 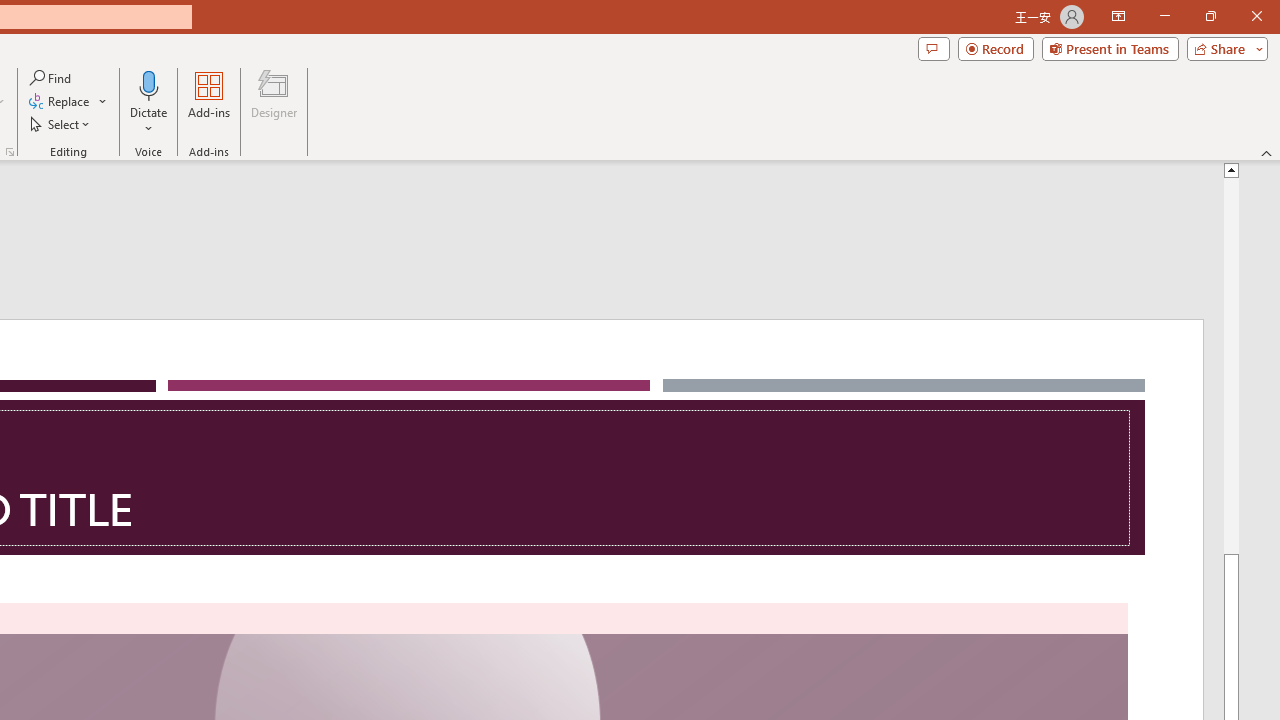 What do you see at coordinates (69, 101) in the screenshot?
I see `'Replace...'` at bounding box center [69, 101].